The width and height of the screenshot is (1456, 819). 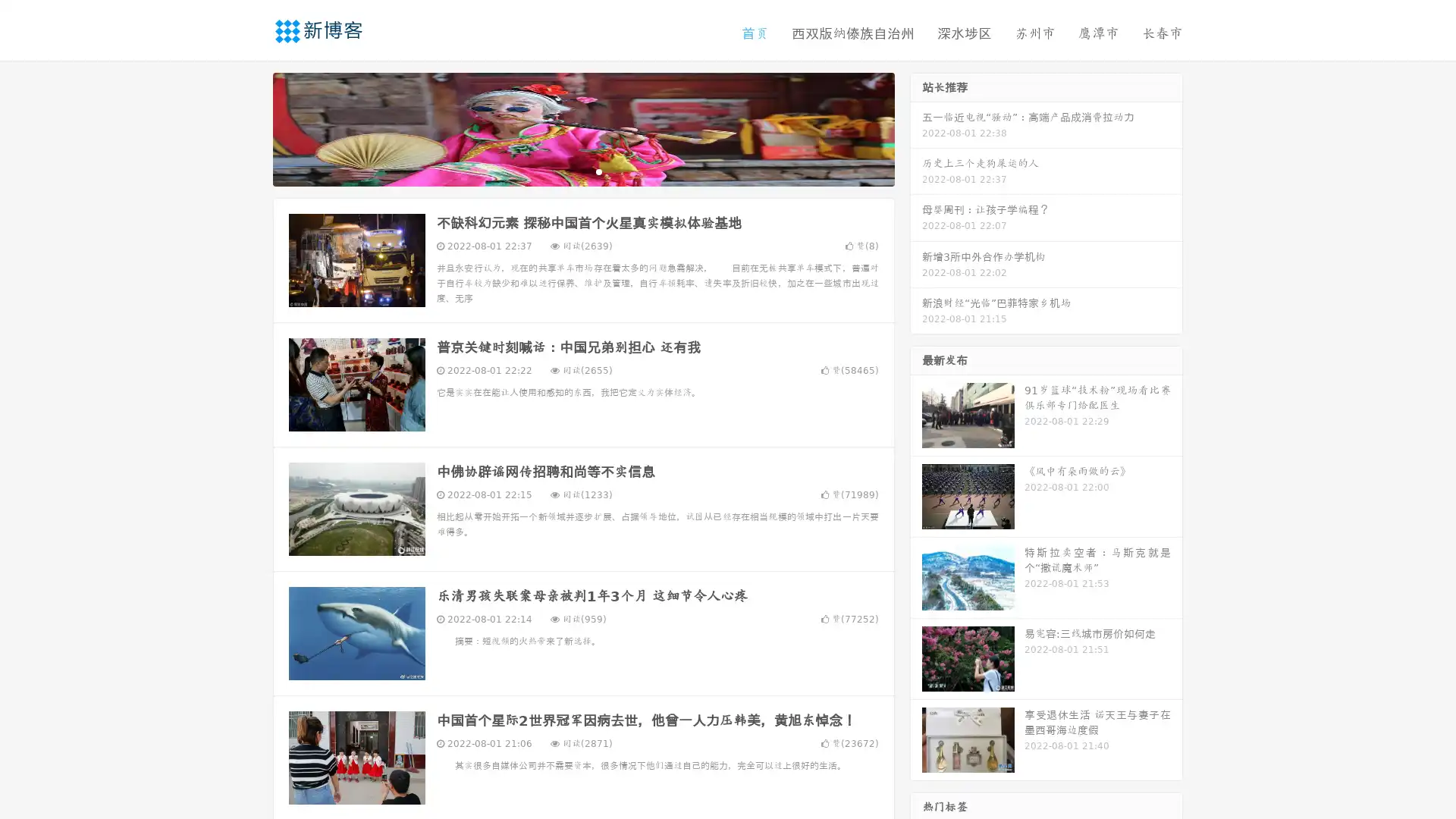 What do you see at coordinates (582, 171) in the screenshot?
I see `Go to slide 2` at bounding box center [582, 171].